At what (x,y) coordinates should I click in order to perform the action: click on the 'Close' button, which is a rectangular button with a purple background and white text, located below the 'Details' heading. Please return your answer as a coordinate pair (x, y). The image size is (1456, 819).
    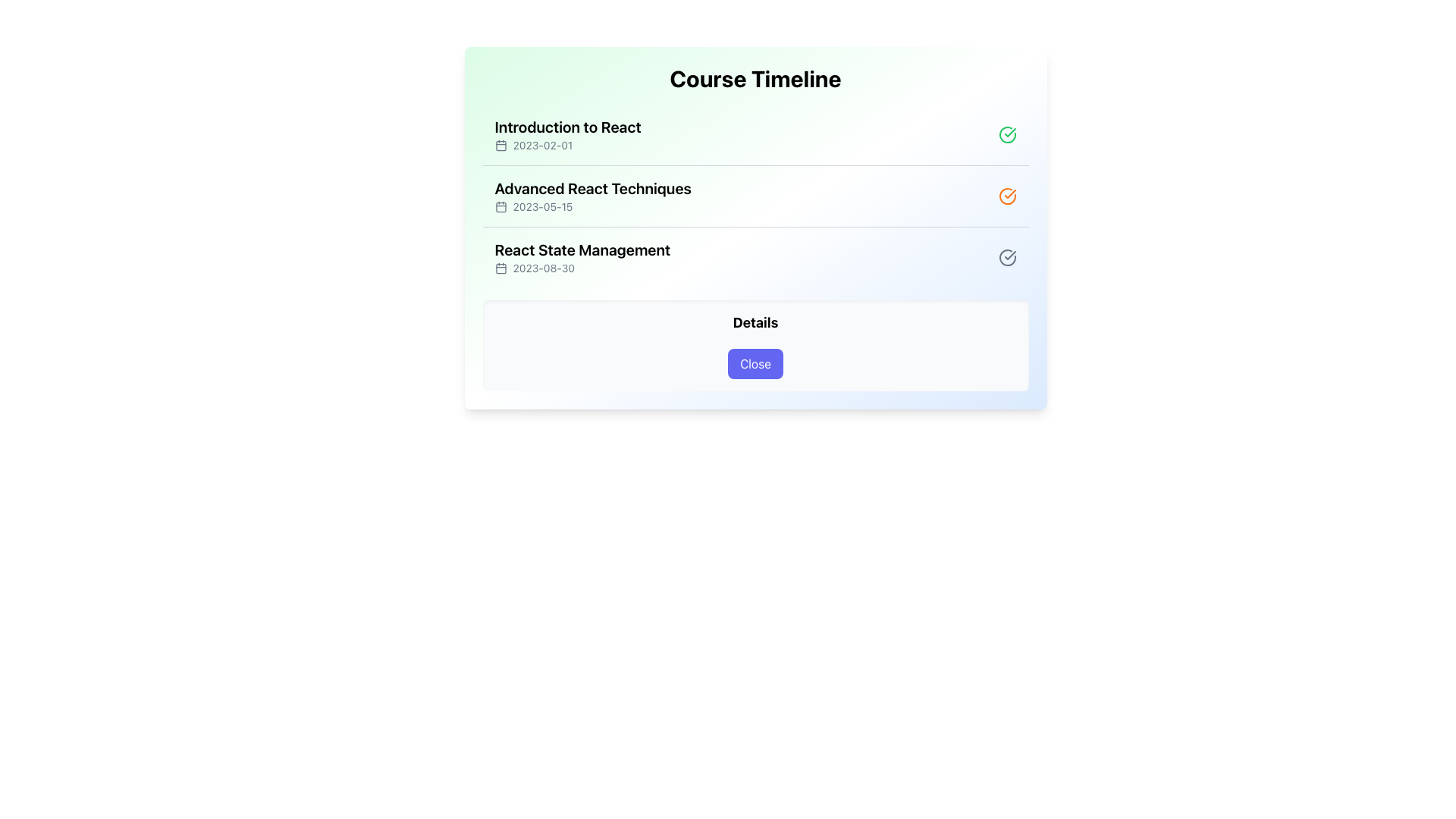
    Looking at the image, I should click on (755, 363).